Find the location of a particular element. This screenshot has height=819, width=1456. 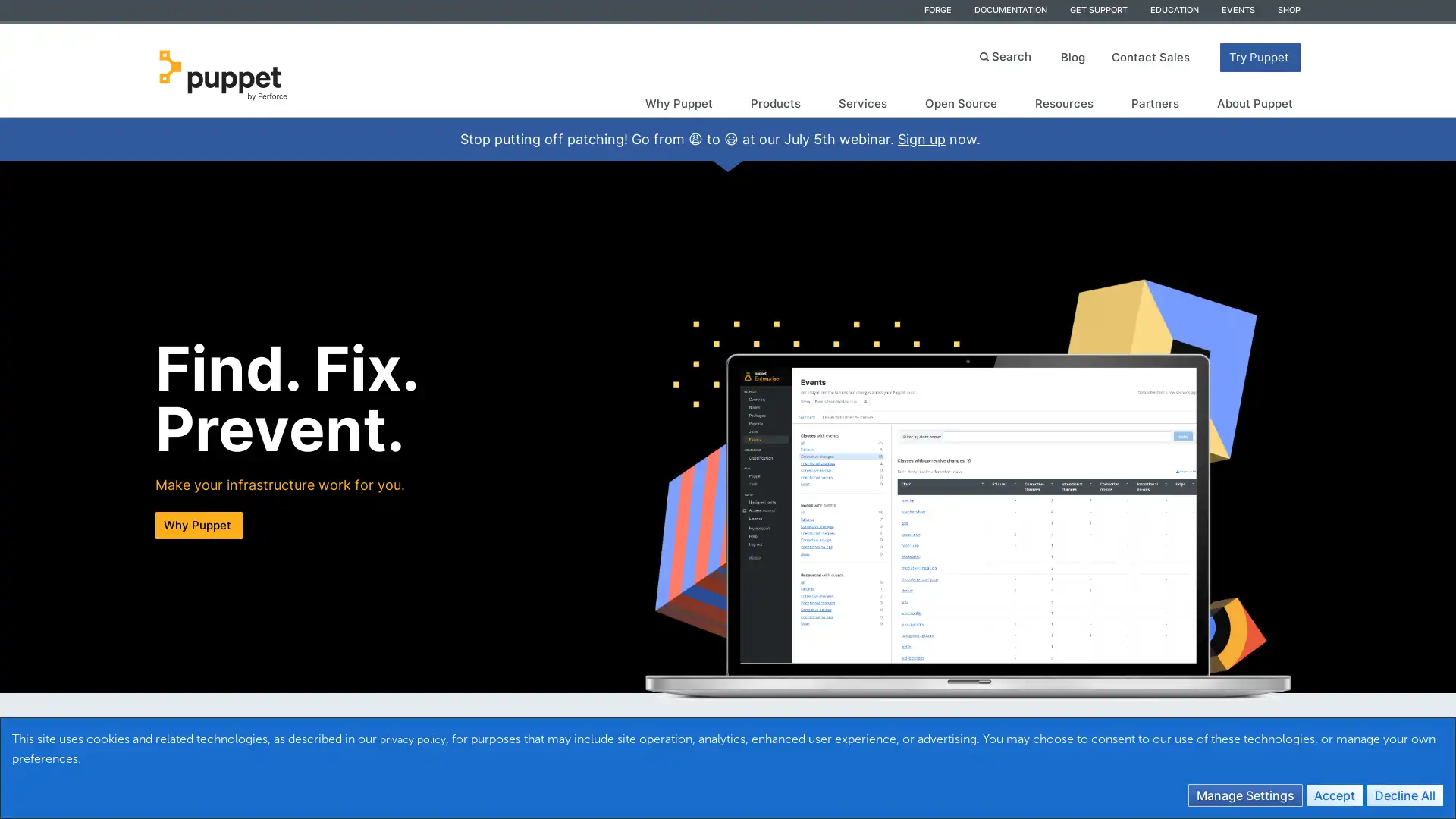

Decline All is located at coordinates (1404, 794).